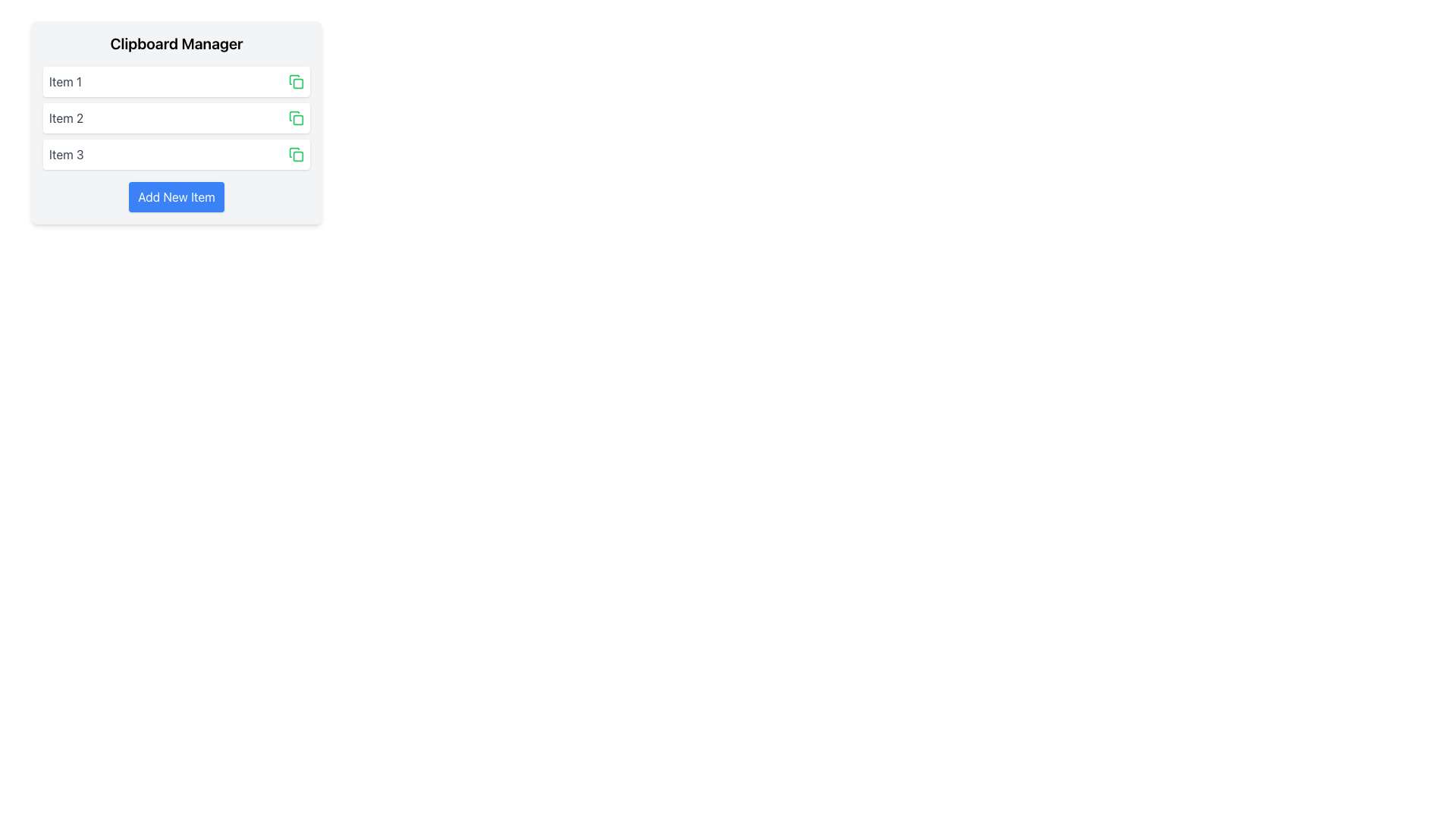 This screenshot has height=819, width=1456. Describe the element at coordinates (65, 155) in the screenshot. I see `the text label displaying 'Item 3' in dark gray font, which is part of a vertical list and positioned to the left of the green copy icon button` at that location.